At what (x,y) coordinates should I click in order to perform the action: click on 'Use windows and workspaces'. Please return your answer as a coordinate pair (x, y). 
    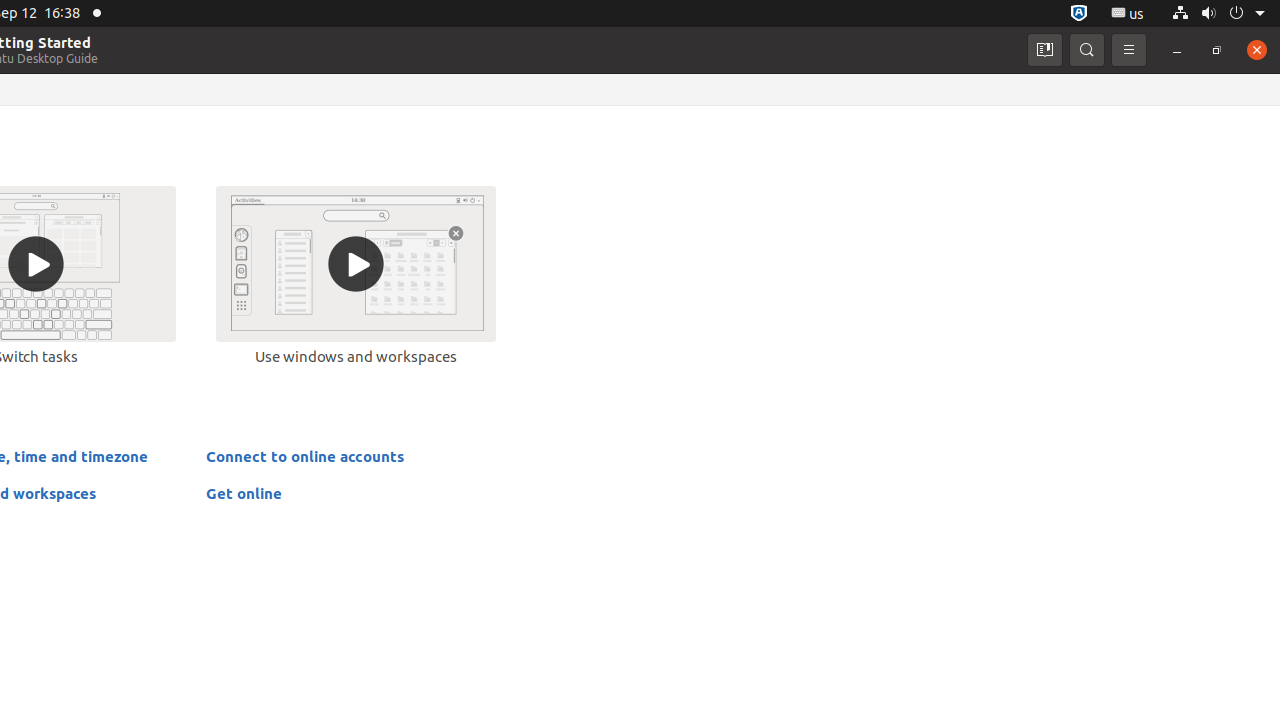
    Looking at the image, I should click on (355, 274).